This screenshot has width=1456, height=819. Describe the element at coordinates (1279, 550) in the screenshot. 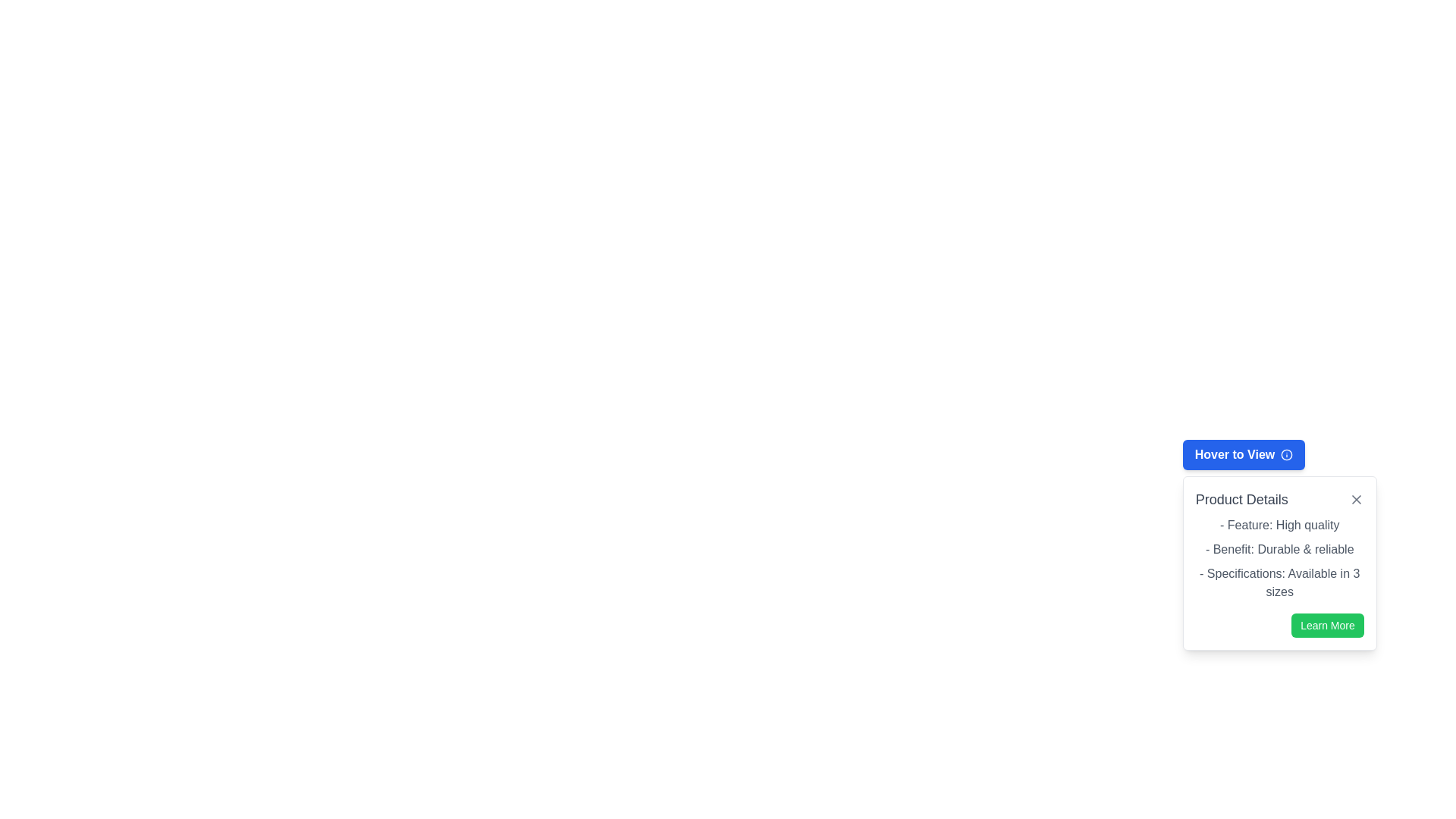

I see `the second text entry in the 'Product Details' section, which describes a product benefit, located between '- Feature: High quality' and '- Specifications: Available in 3 sizes'` at that location.